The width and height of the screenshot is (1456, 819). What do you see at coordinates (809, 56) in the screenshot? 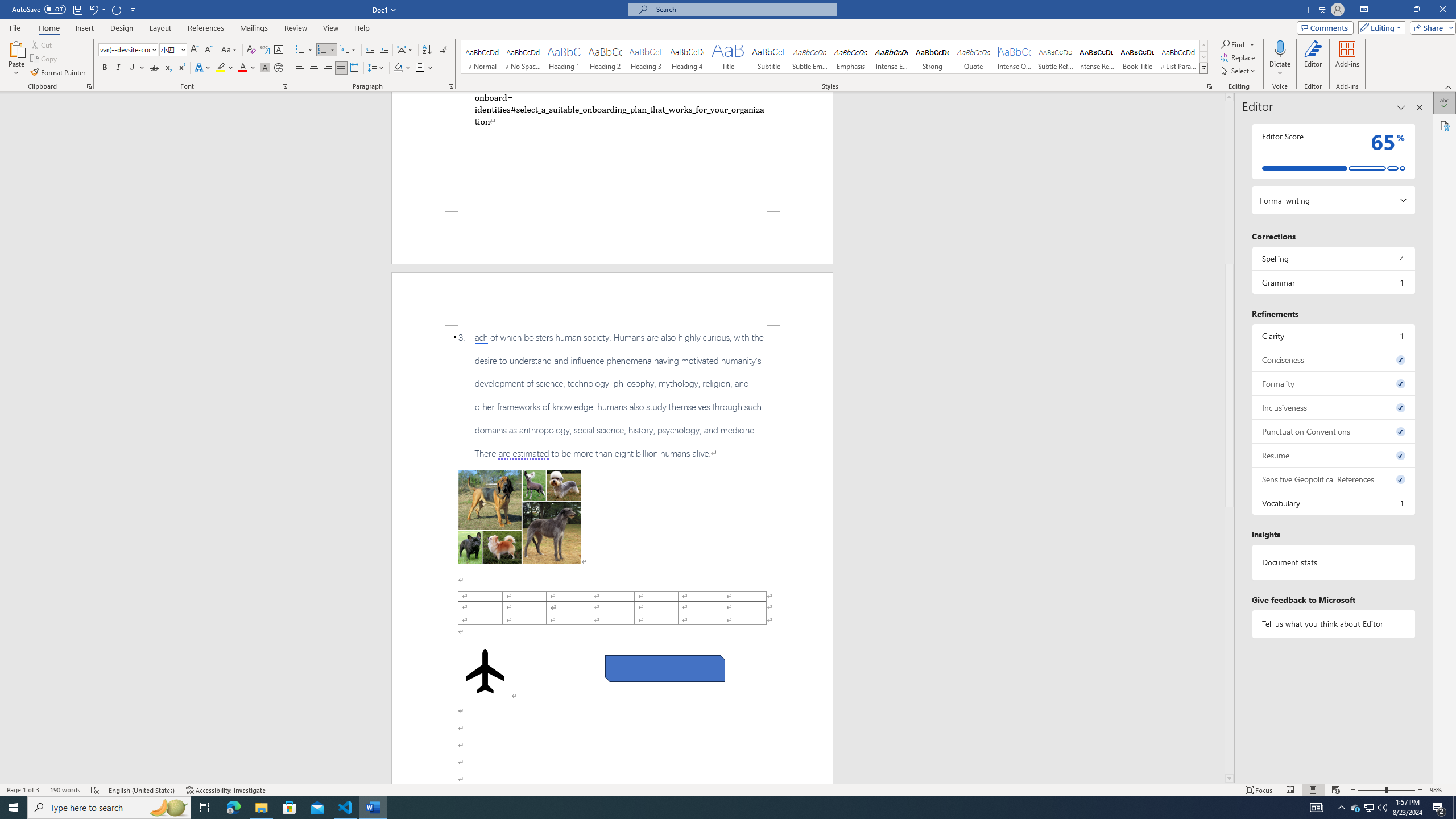
I see `'Subtle Emphasis'` at bounding box center [809, 56].